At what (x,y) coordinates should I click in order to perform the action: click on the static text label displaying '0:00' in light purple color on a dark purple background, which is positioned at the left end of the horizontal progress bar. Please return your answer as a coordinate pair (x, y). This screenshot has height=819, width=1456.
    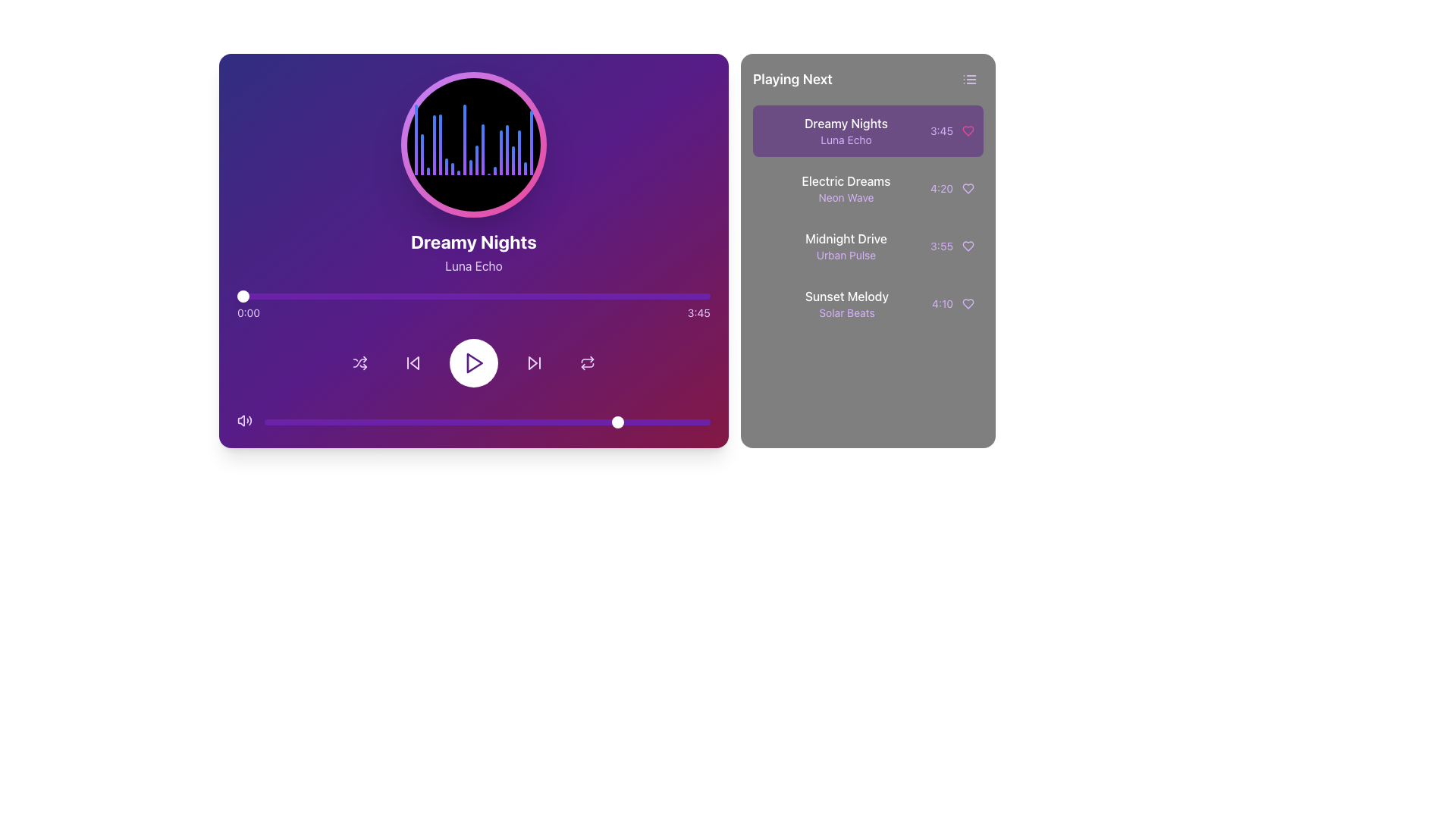
    Looking at the image, I should click on (248, 312).